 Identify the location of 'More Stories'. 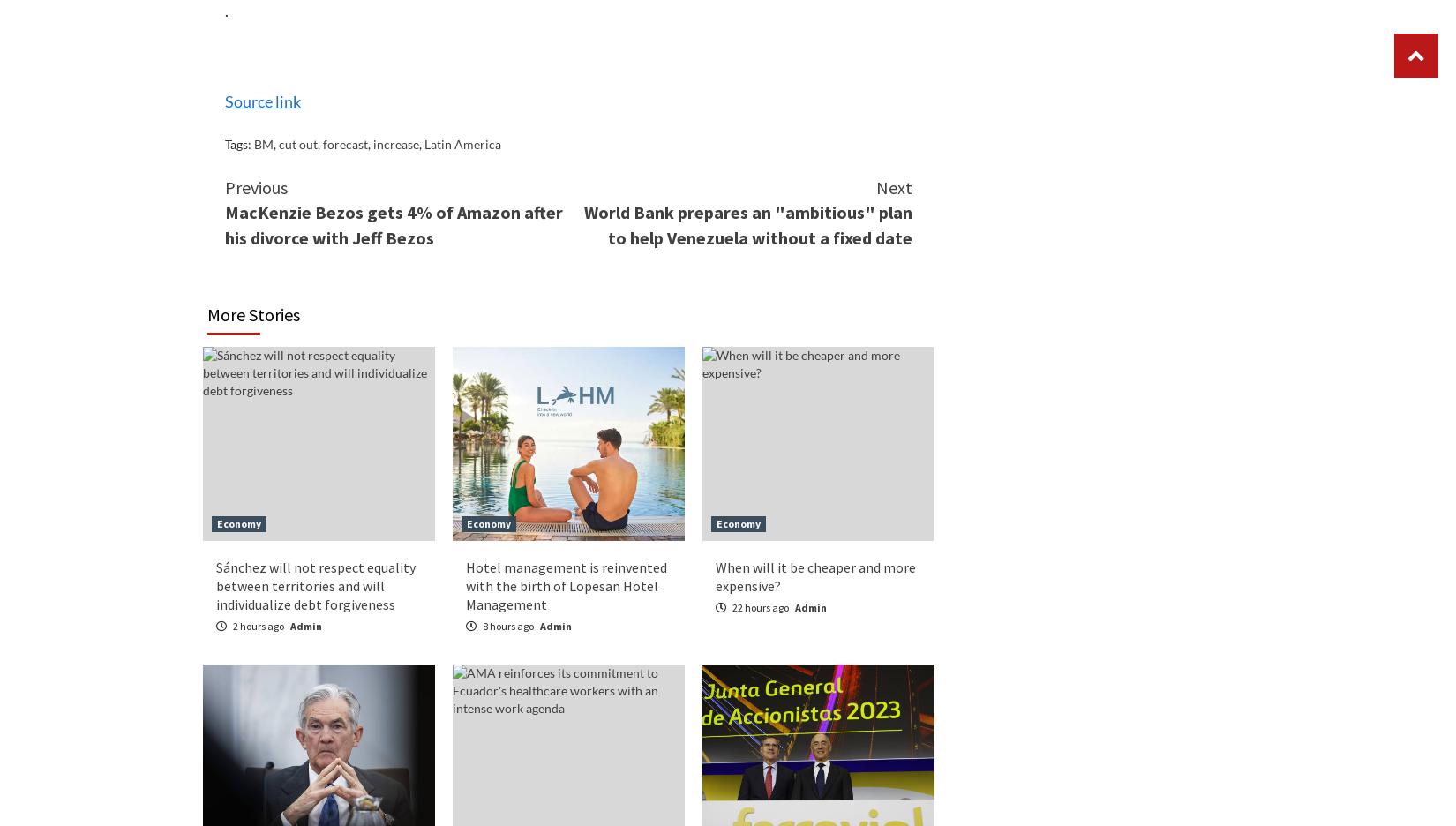
(253, 314).